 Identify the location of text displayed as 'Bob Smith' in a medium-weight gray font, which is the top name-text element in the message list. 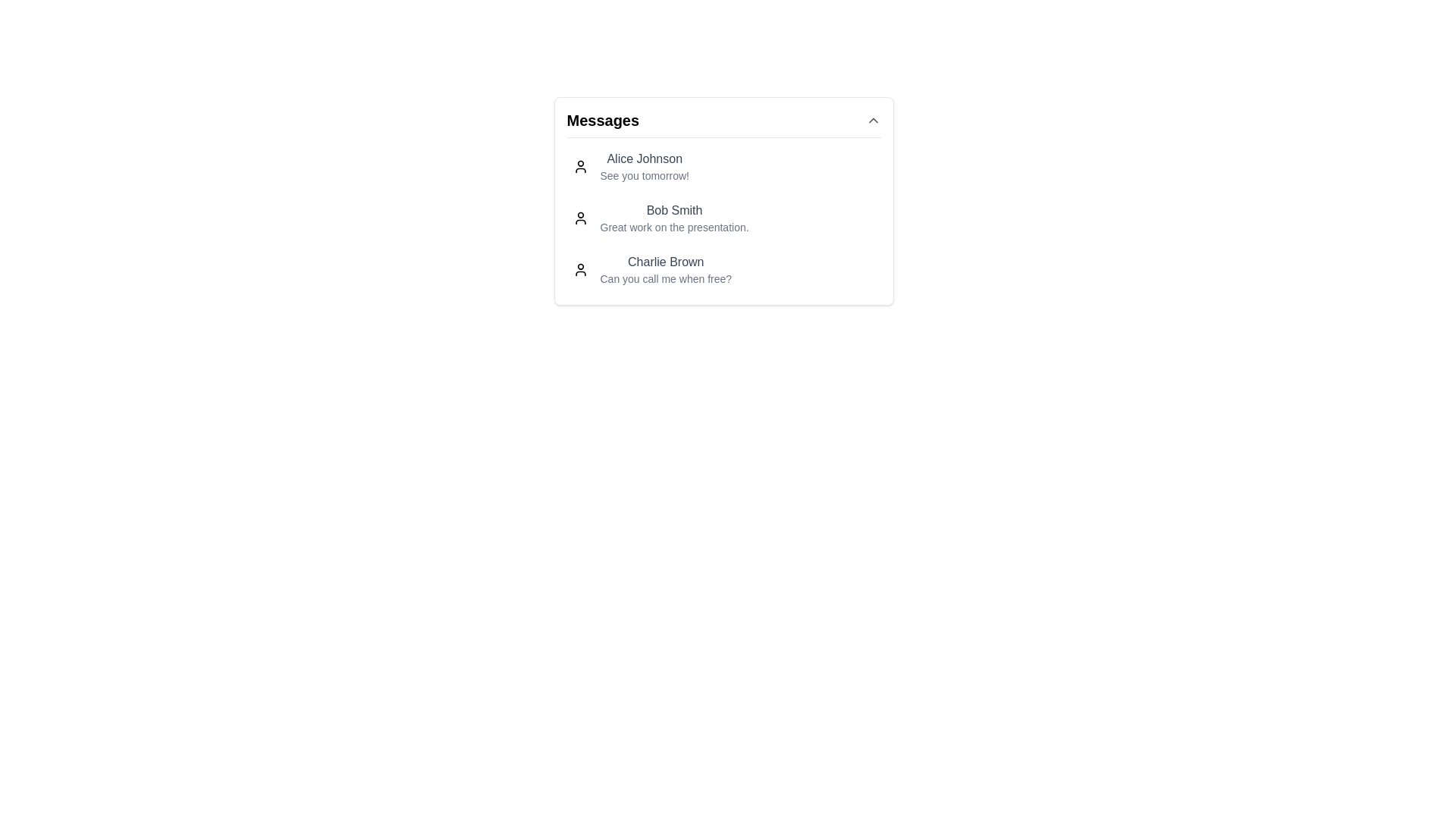
(673, 210).